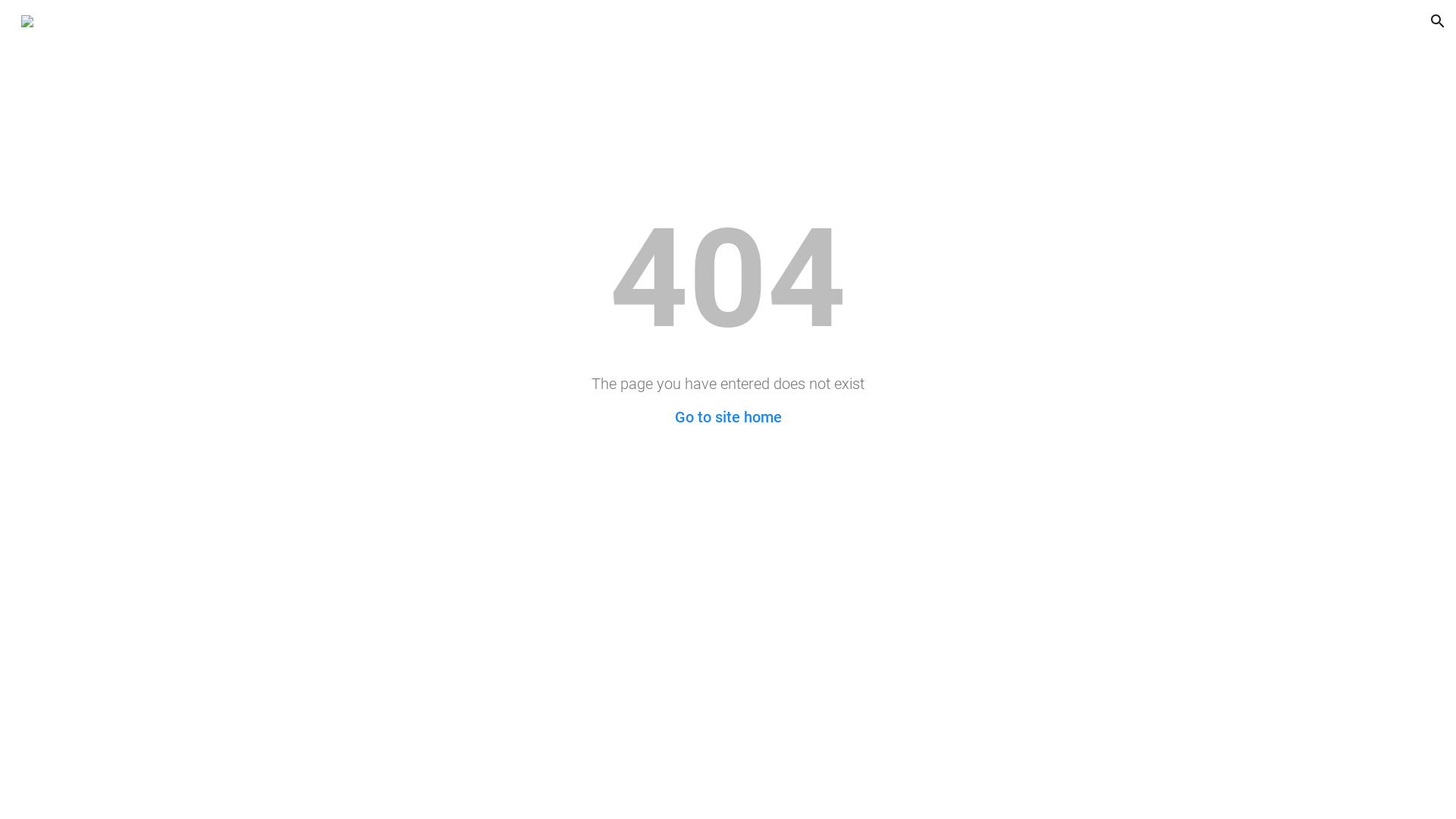 The height and width of the screenshot is (819, 1456). I want to click on 'Go to site home', so click(728, 417).